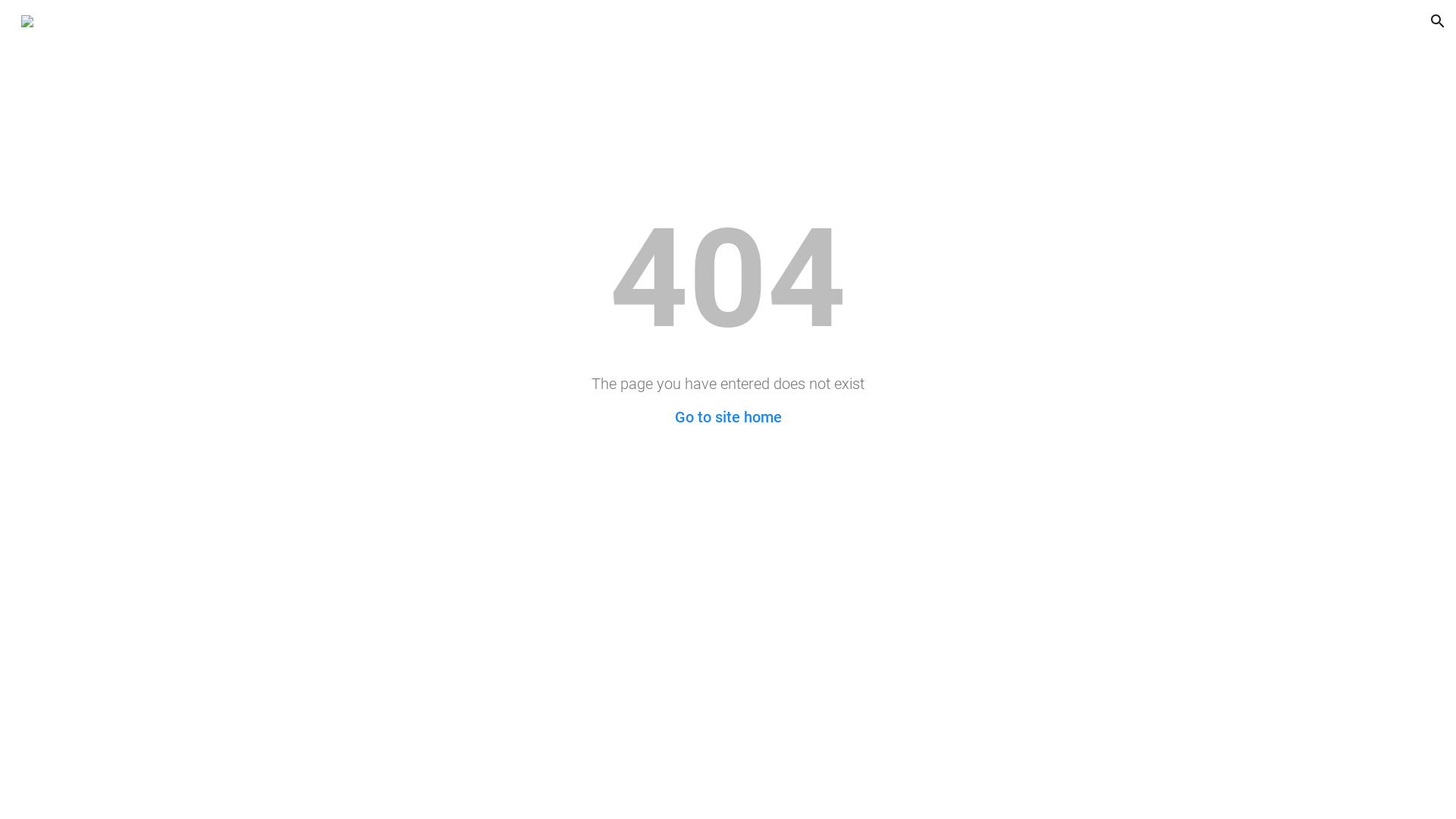 The height and width of the screenshot is (819, 1456). I want to click on 'Go to site home', so click(728, 417).